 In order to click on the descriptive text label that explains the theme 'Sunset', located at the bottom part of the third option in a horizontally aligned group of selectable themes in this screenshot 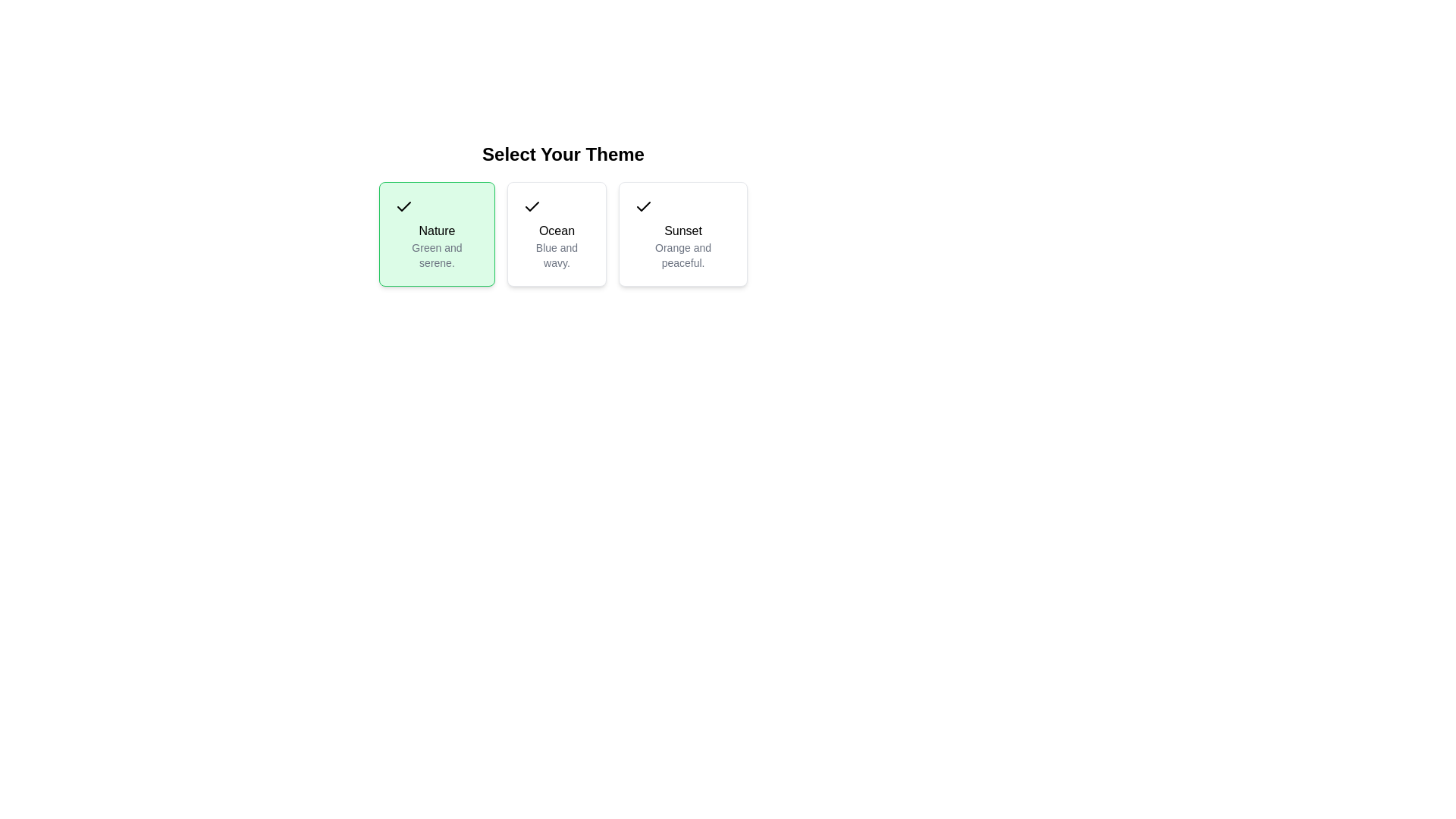, I will do `click(682, 254)`.